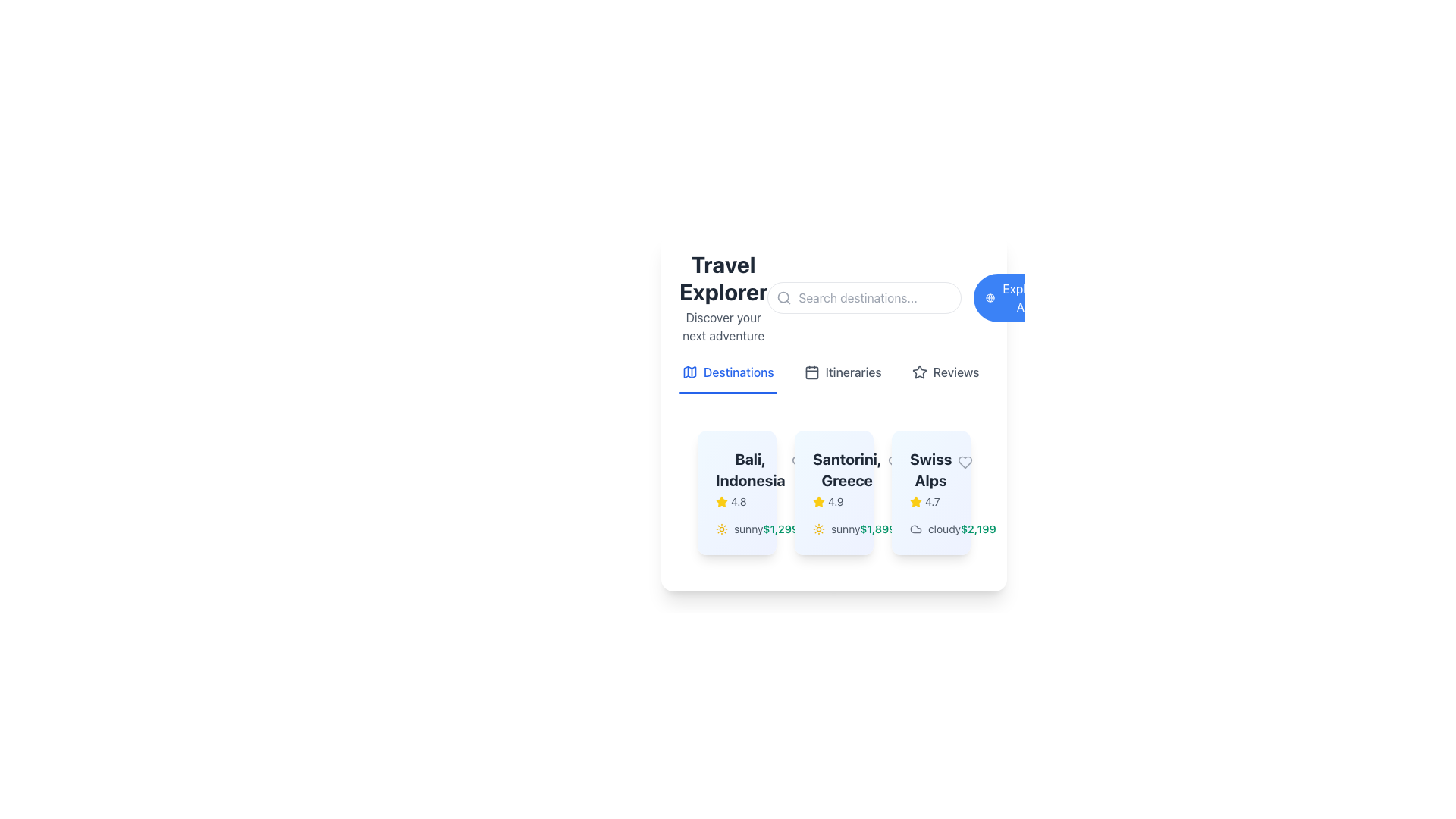 This screenshot has width=1456, height=819. What do you see at coordinates (895, 461) in the screenshot?
I see `the favorite icon located in the card labeled 'Swiss Alps', positioned near the top-right corner adjacent to a star icon` at bounding box center [895, 461].